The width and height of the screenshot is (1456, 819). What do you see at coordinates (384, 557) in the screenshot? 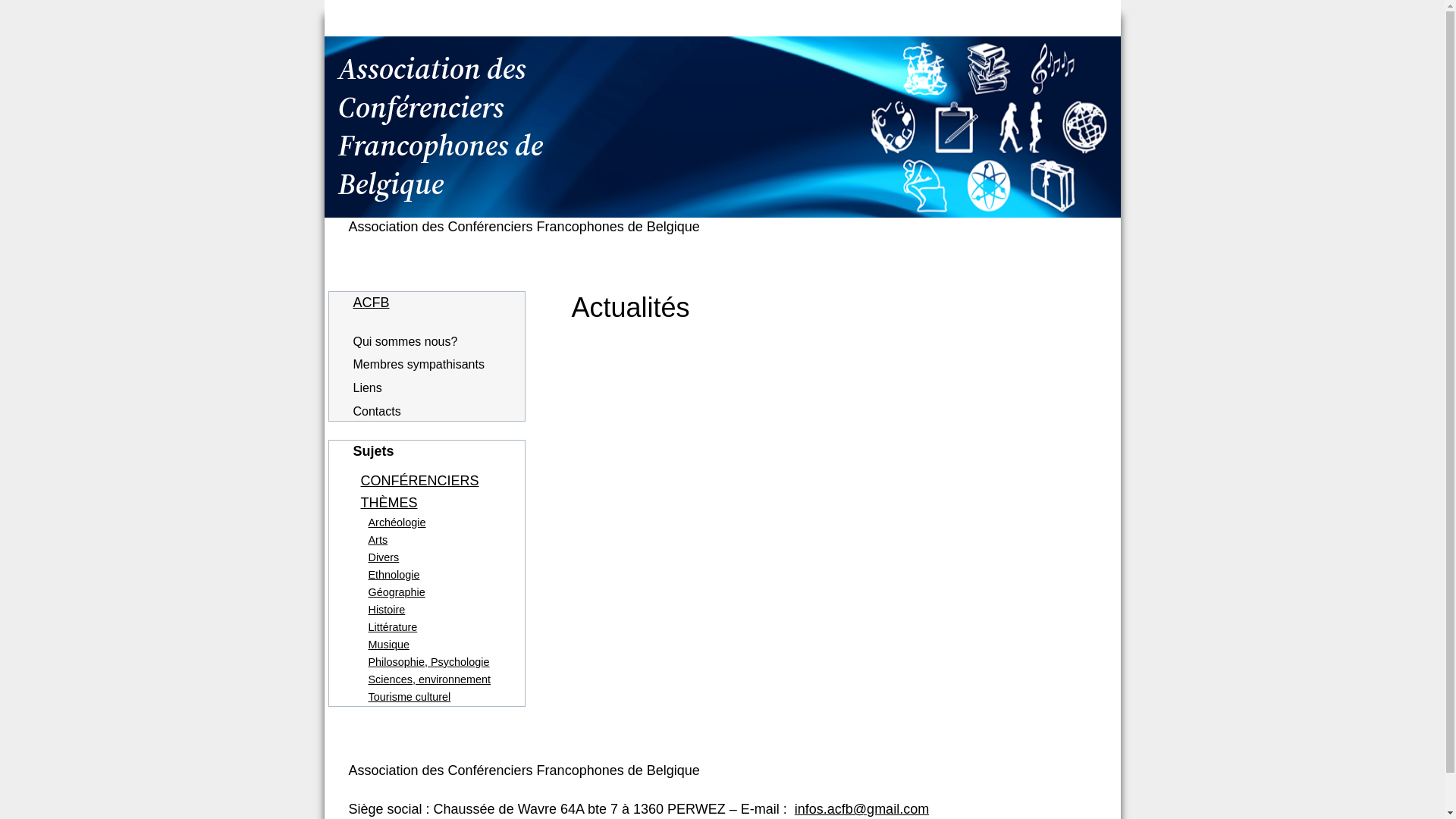
I see `'Divers'` at bounding box center [384, 557].